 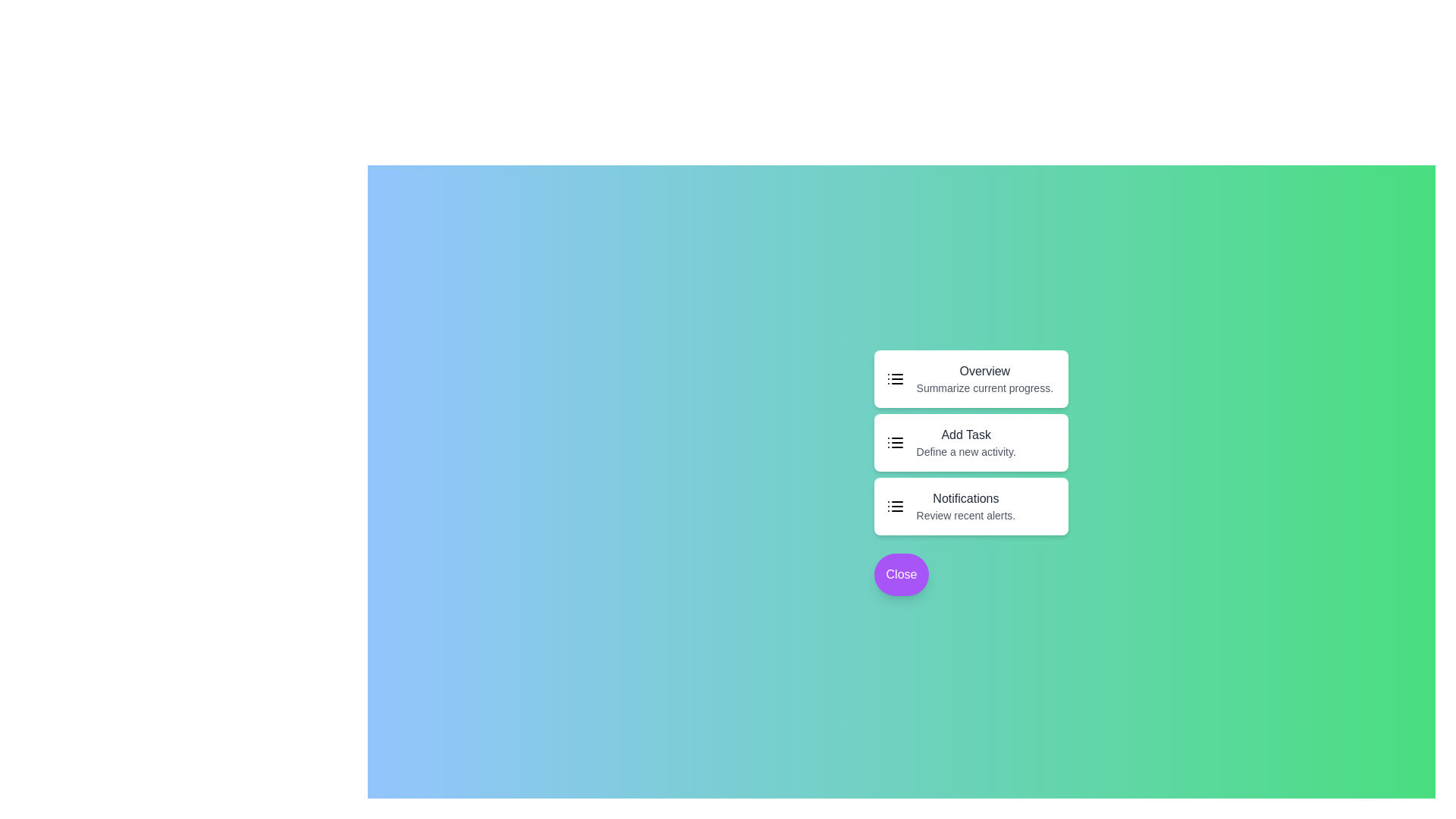 I want to click on the 'Overview' task option to interact with it, so click(x=984, y=371).